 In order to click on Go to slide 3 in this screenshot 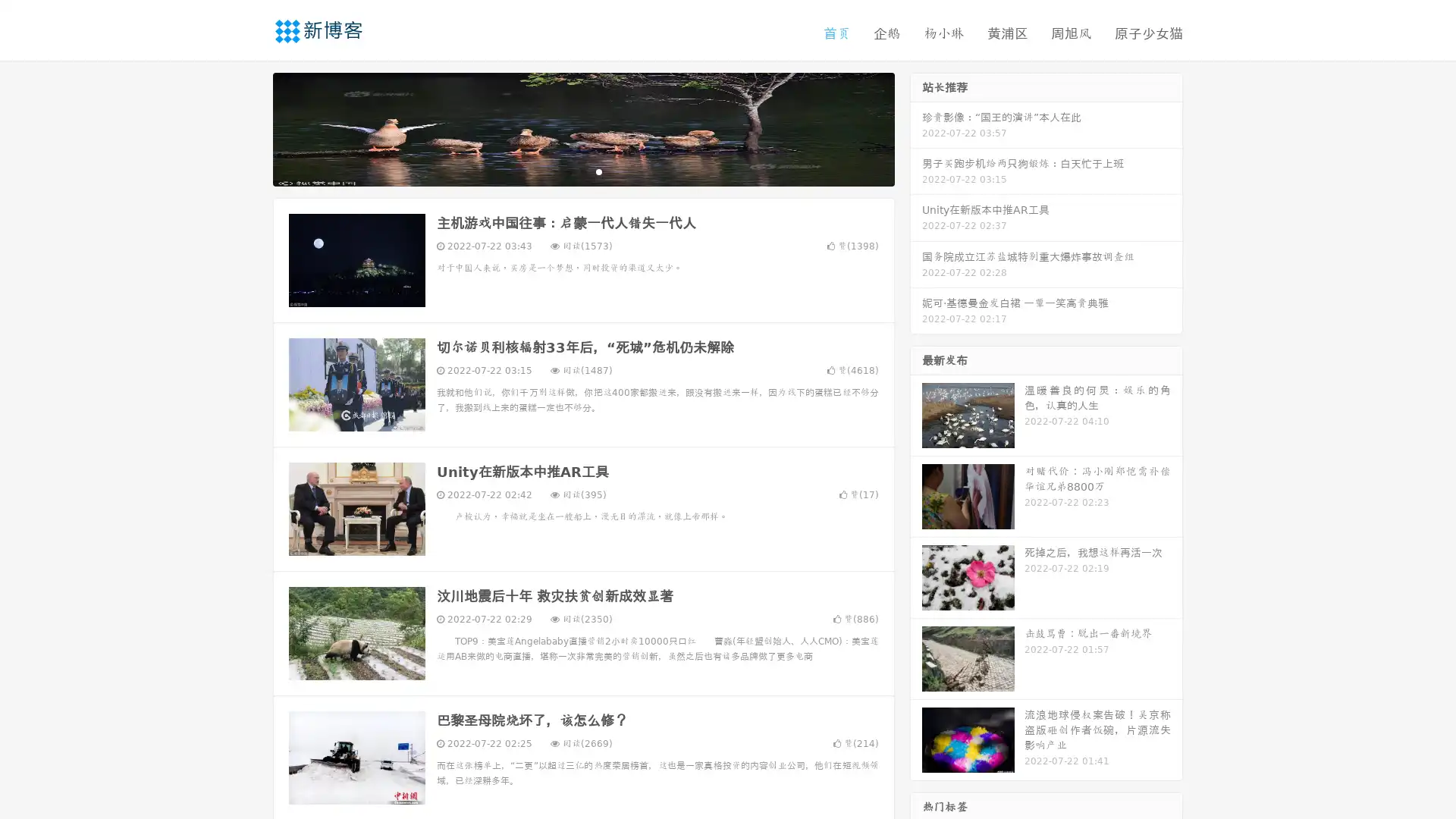, I will do `click(598, 171)`.